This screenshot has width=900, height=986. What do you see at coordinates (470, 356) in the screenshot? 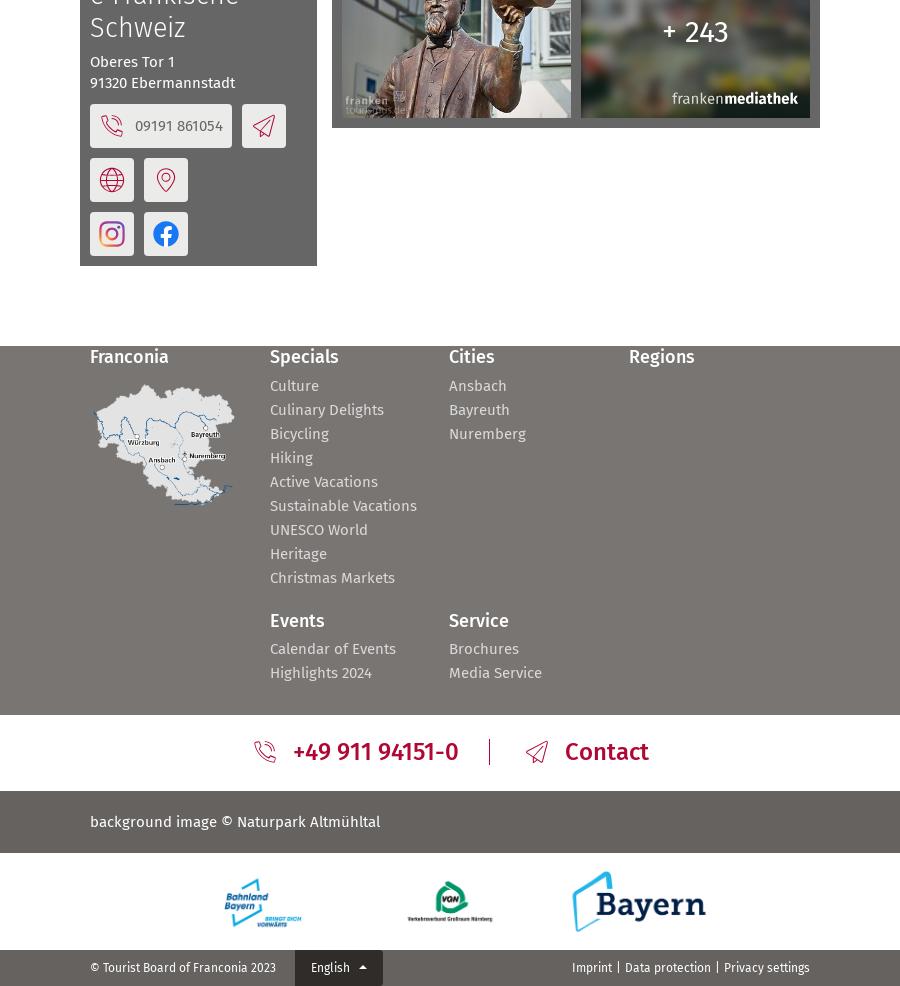
I see `'Cities'` at bounding box center [470, 356].